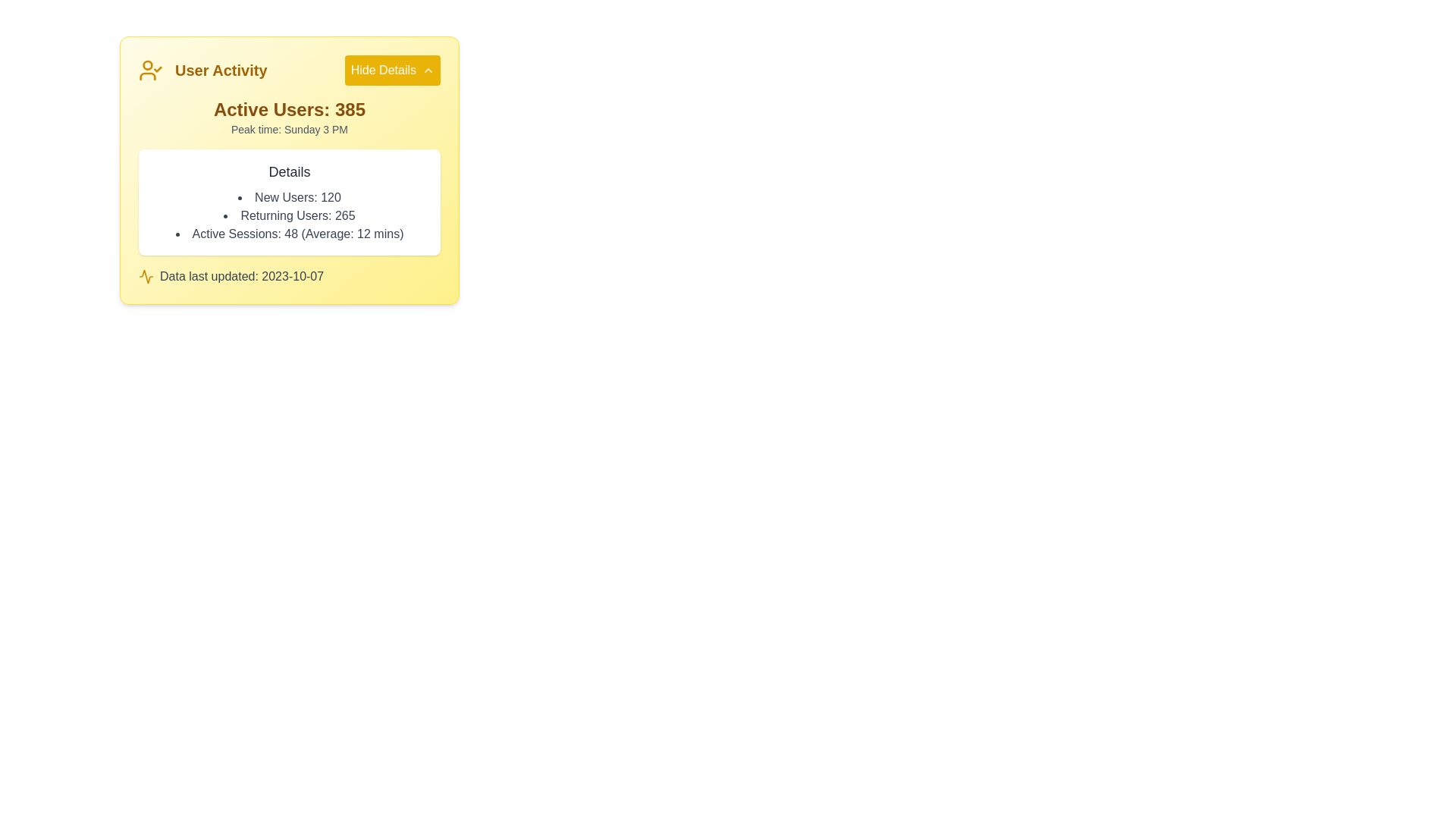 The image size is (1456, 819). Describe the element at coordinates (290, 197) in the screenshot. I see `the Text Display with Bullet Point displaying 'New Users: 120', which is the first item in a list under the 'Details' header, located in a yellow box` at that location.